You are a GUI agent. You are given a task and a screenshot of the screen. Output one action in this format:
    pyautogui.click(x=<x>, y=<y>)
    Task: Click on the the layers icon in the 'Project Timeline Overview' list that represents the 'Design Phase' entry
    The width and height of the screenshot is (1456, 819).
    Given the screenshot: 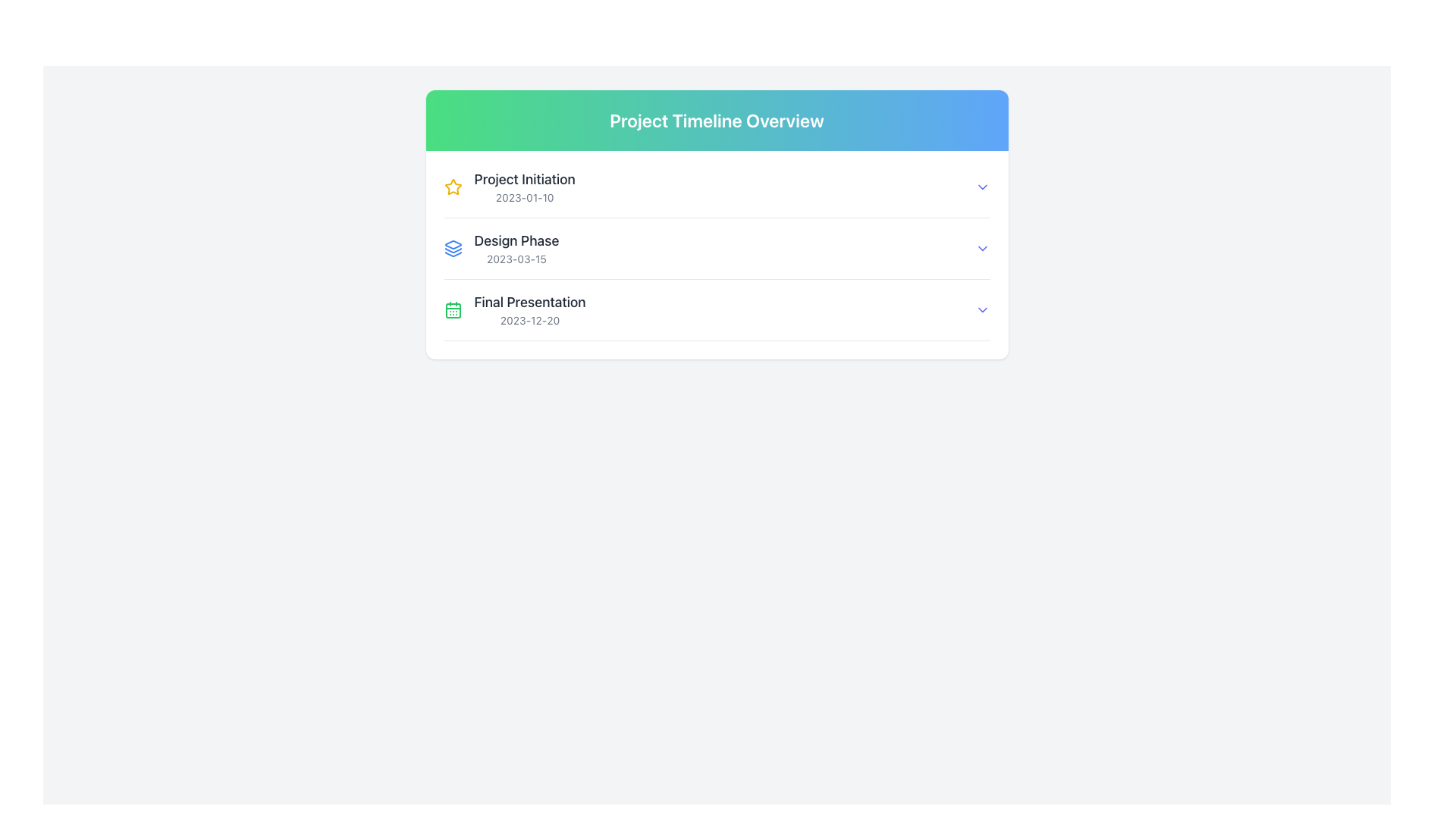 What is the action you would take?
    pyautogui.click(x=452, y=247)
    